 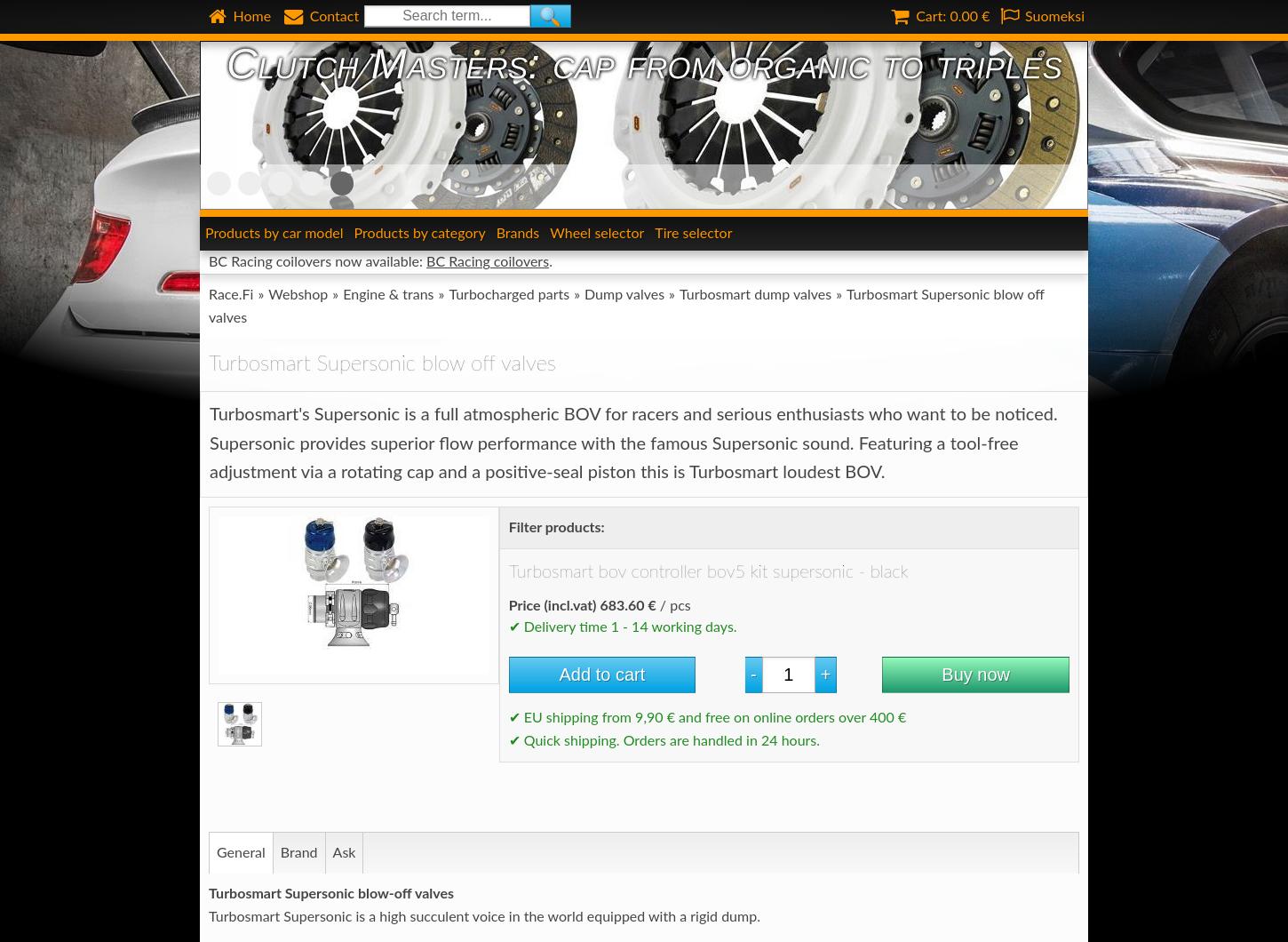 I want to click on 'Race.Fi', so click(x=230, y=294).